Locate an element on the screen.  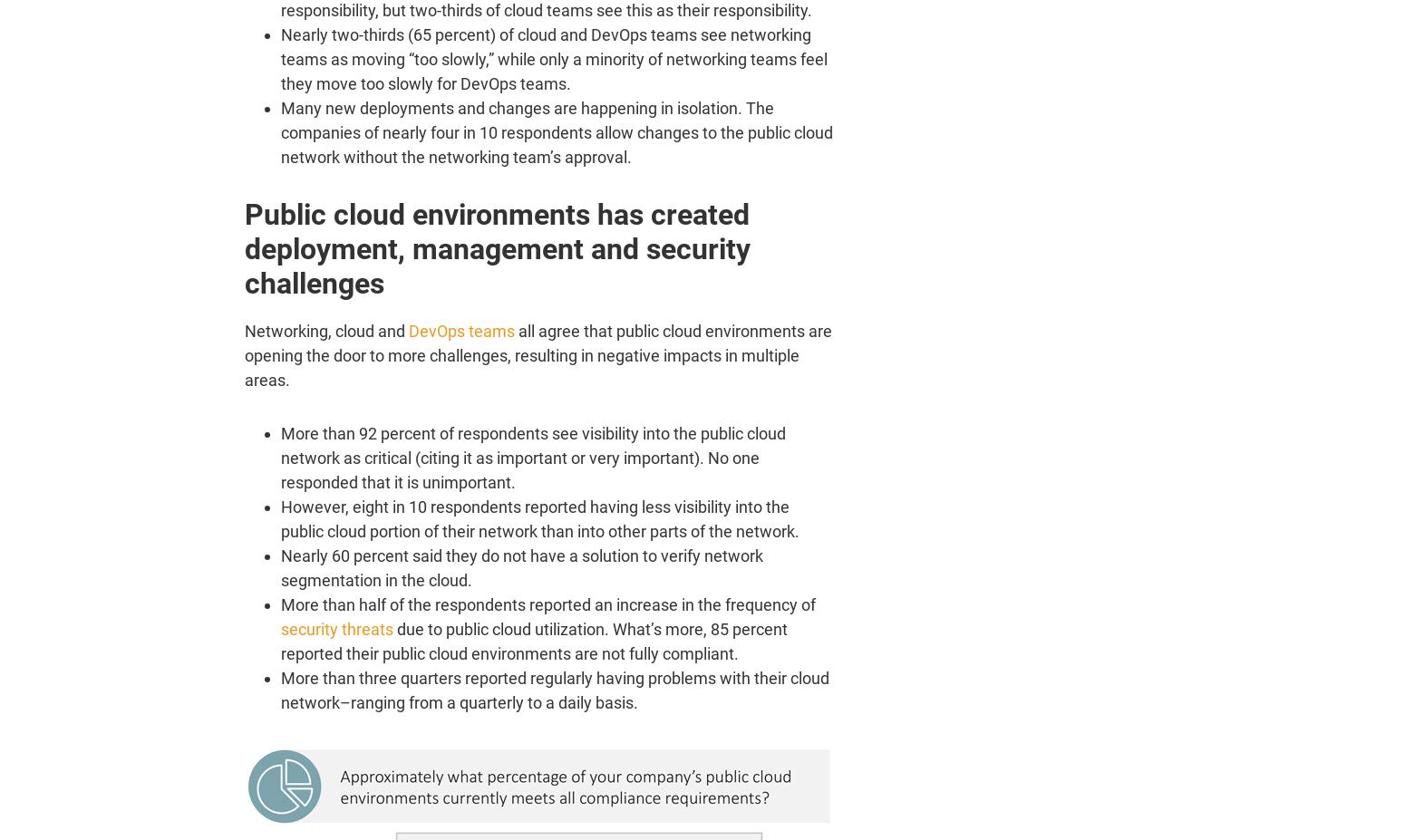
'Public cloud environments has created deployment, management and security challenges' is located at coordinates (498, 249).